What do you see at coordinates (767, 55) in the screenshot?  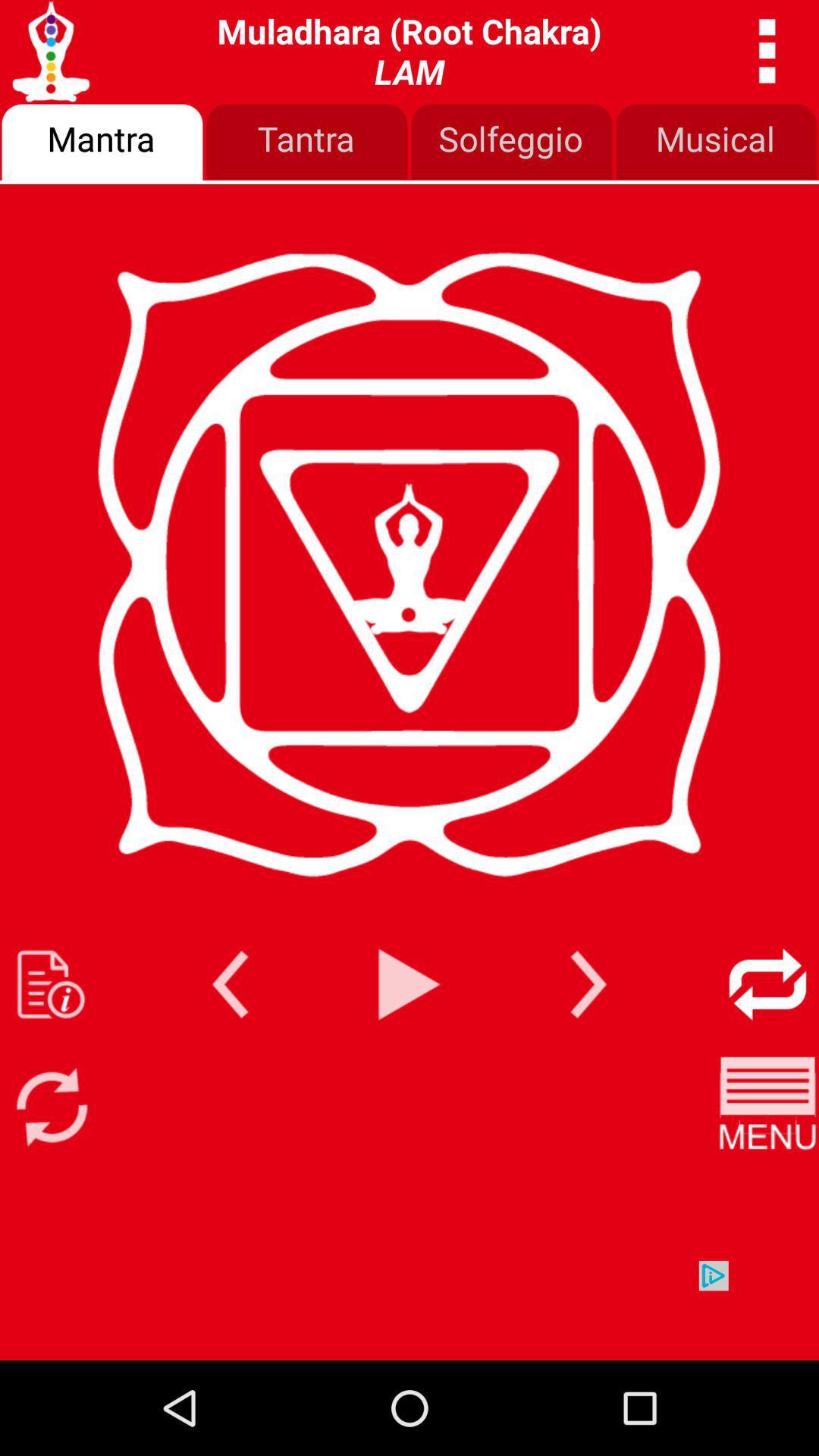 I see `the more icon` at bounding box center [767, 55].